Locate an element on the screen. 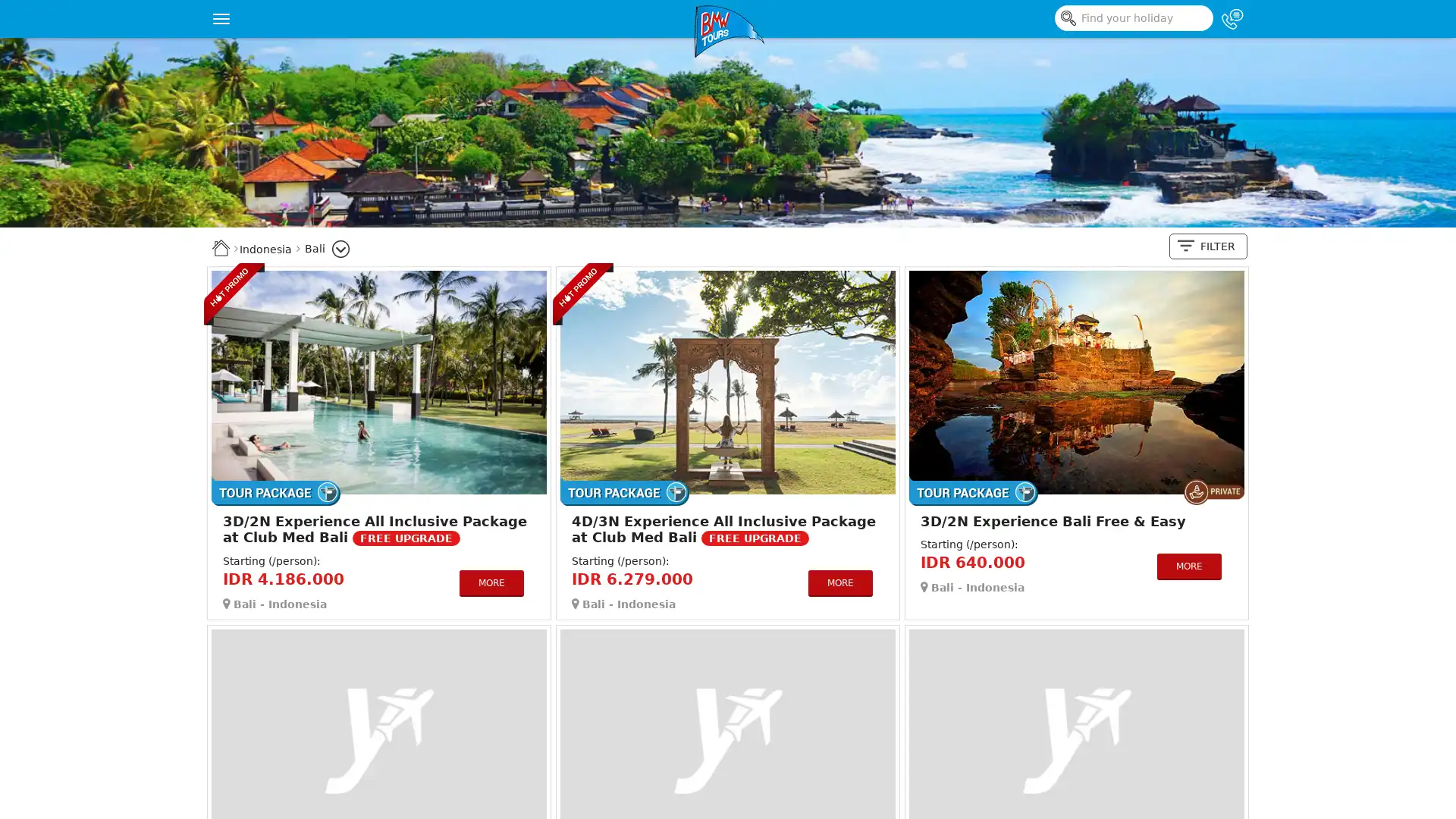 The image size is (1456, 819). MORE is located at coordinates (491, 582).